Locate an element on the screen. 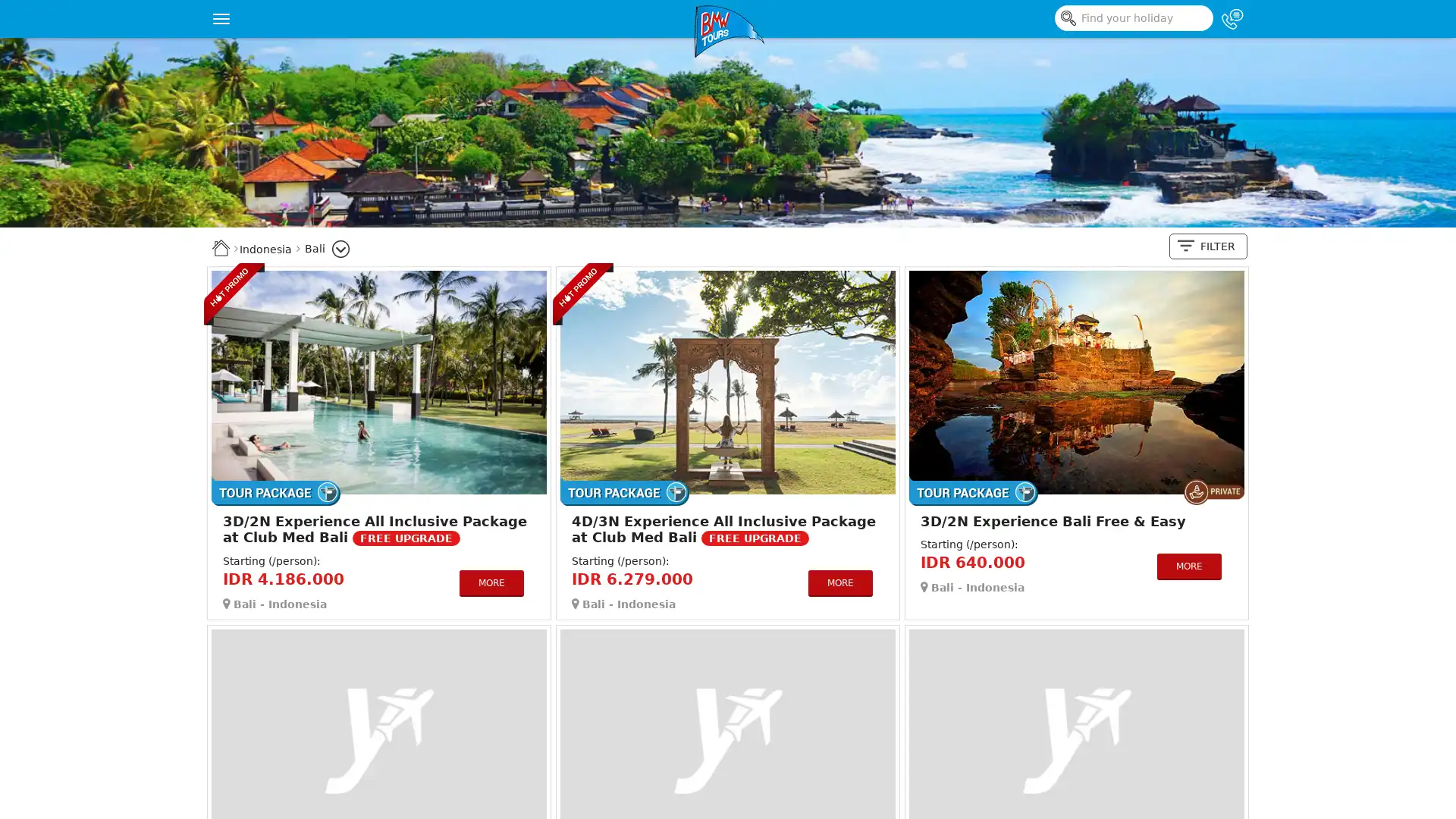 The image size is (1456, 819). MORE is located at coordinates (491, 582).